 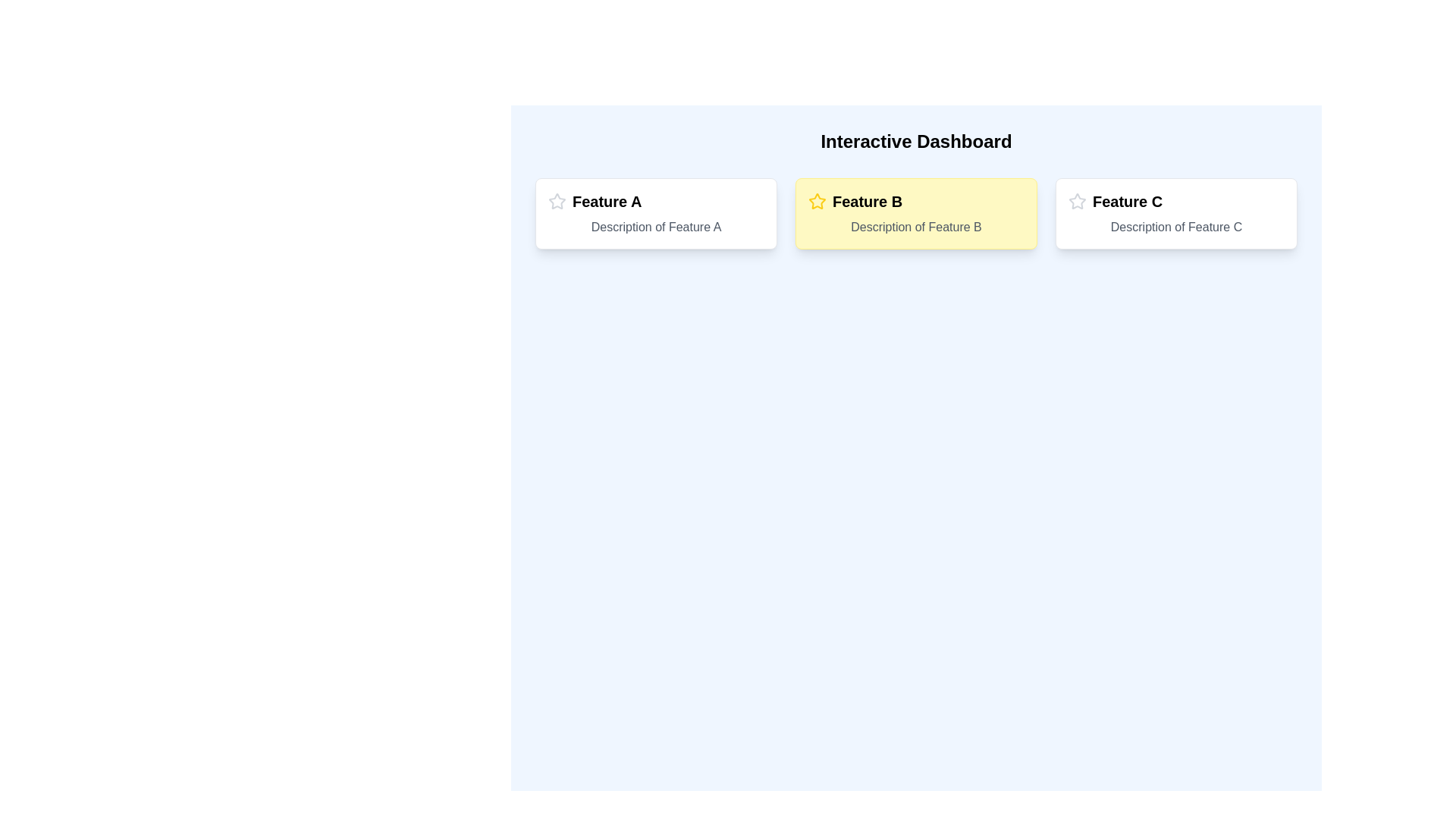 I want to click on the star icon located in the header of the 'Feature B' card, positioned near the left edge adjacent to the text 'Feature B', so click(x=1076, y=200).